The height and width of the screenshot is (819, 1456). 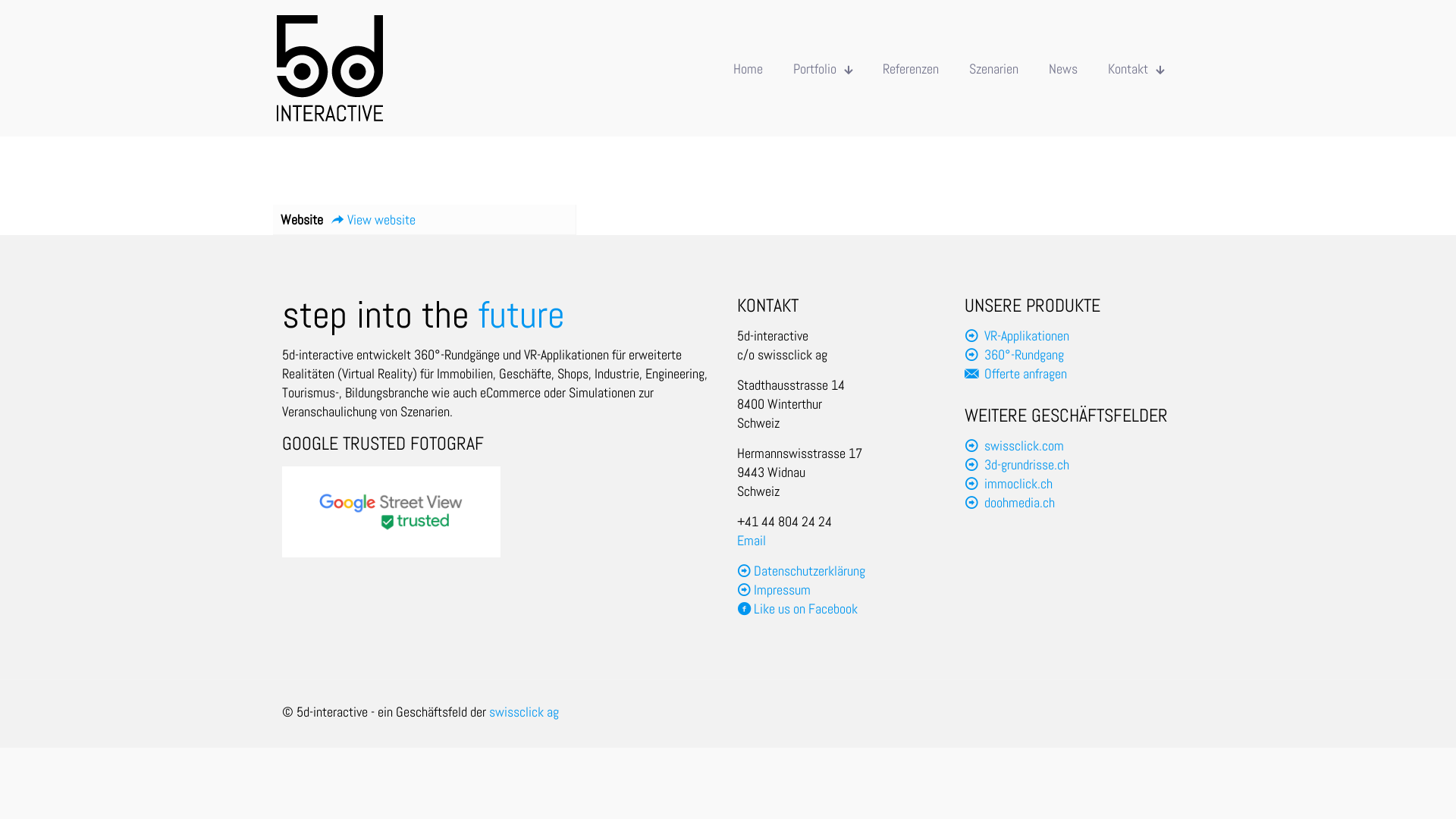 What do you see at coordinates (984, 373) in the screenshot?
I see `'Offerte anfragen'` at bounding box center [984, 373].